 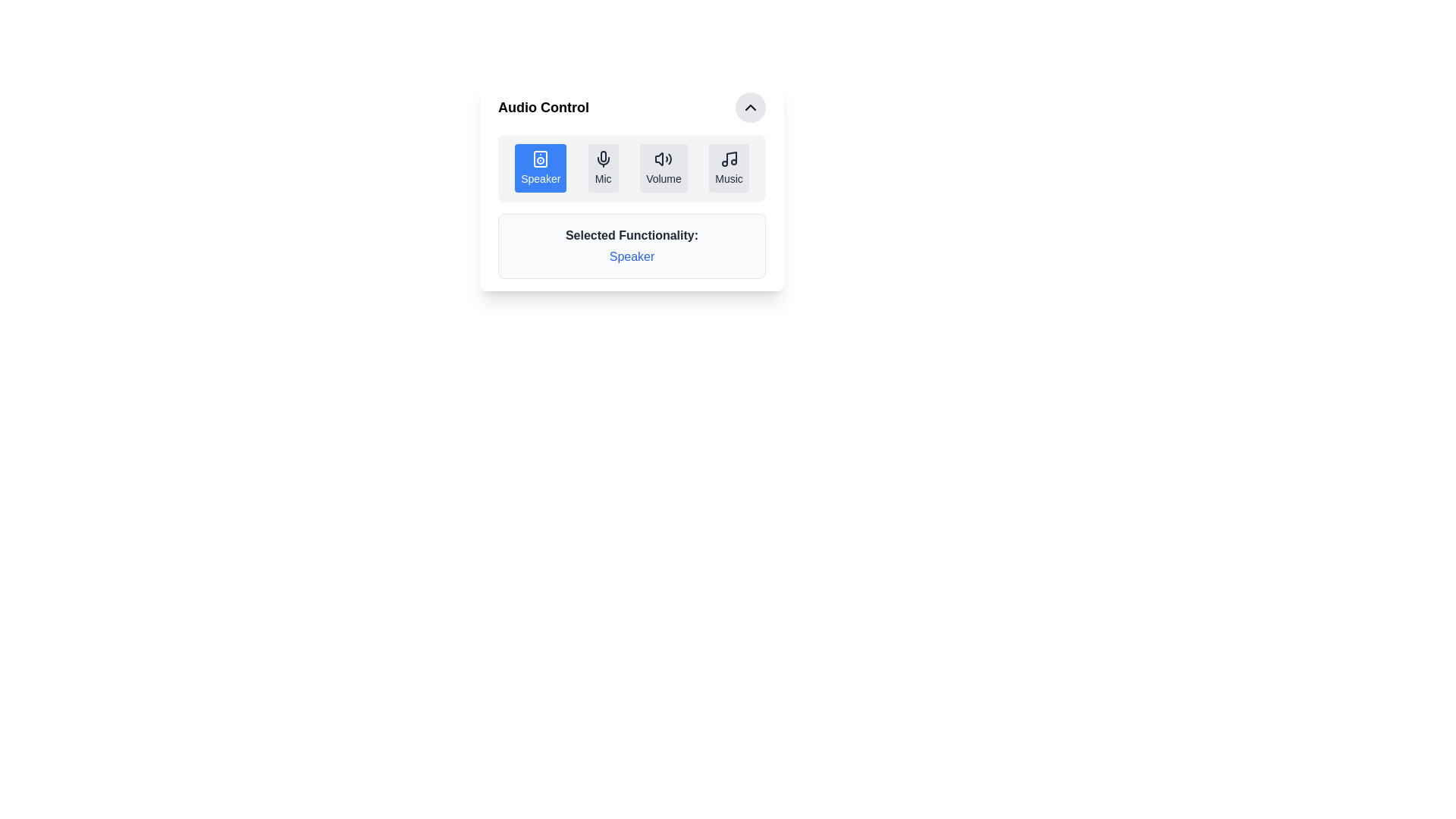 What do you see at coordinates (541, 158) in the screenshot?
I see `the blue vertical rectangle icon located inside the 'Speaker' button in the 'Audio Control' section` at bounding box center [541, 158].